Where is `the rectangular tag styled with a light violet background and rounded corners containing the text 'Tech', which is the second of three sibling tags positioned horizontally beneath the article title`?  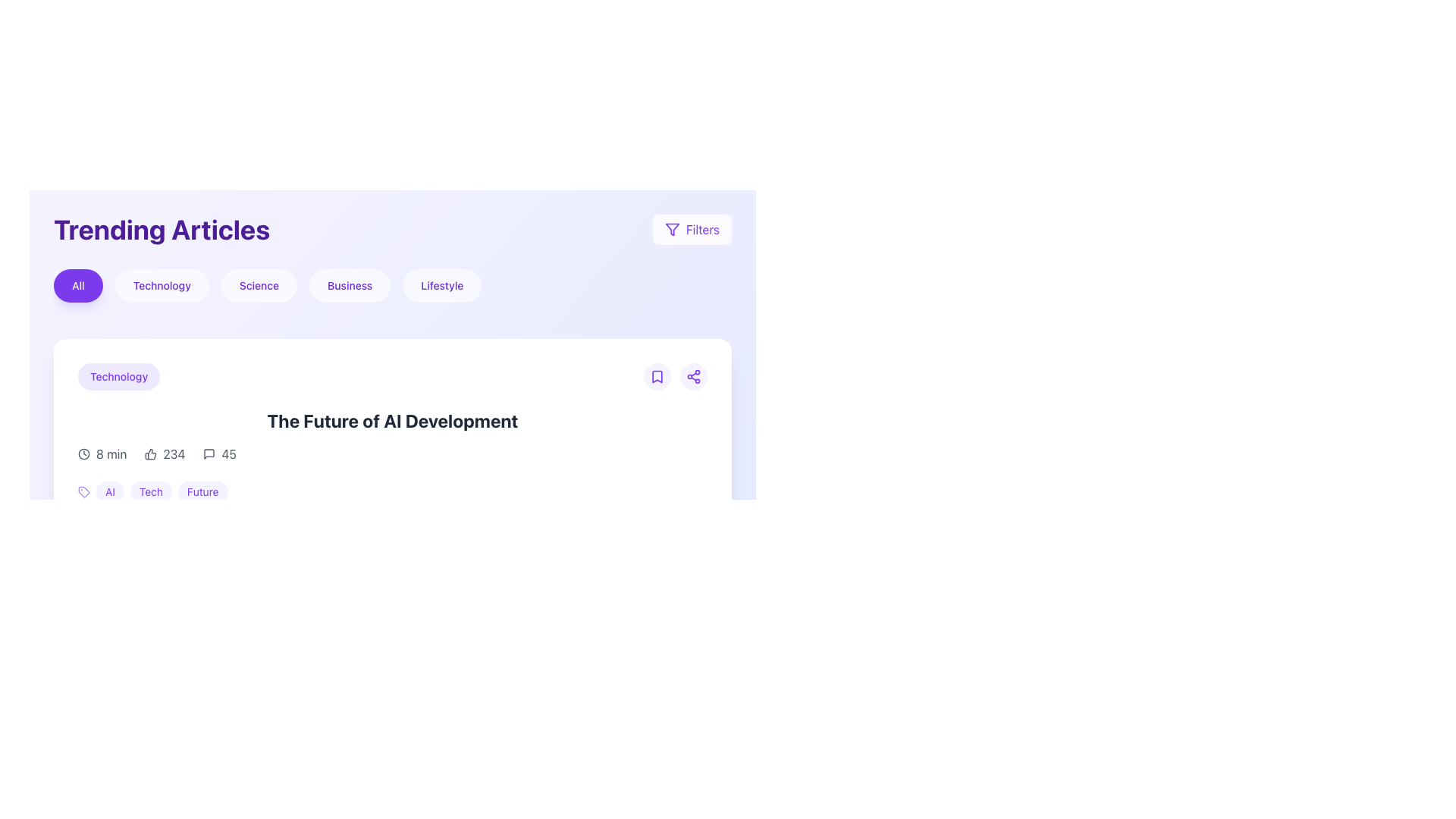 the rectangular tag styled with a light violet background and rounded corners containing the text 'Tech', which is the second of three sibling tags positioned horizontally beneath the article title is located at coordinates (151, 491).